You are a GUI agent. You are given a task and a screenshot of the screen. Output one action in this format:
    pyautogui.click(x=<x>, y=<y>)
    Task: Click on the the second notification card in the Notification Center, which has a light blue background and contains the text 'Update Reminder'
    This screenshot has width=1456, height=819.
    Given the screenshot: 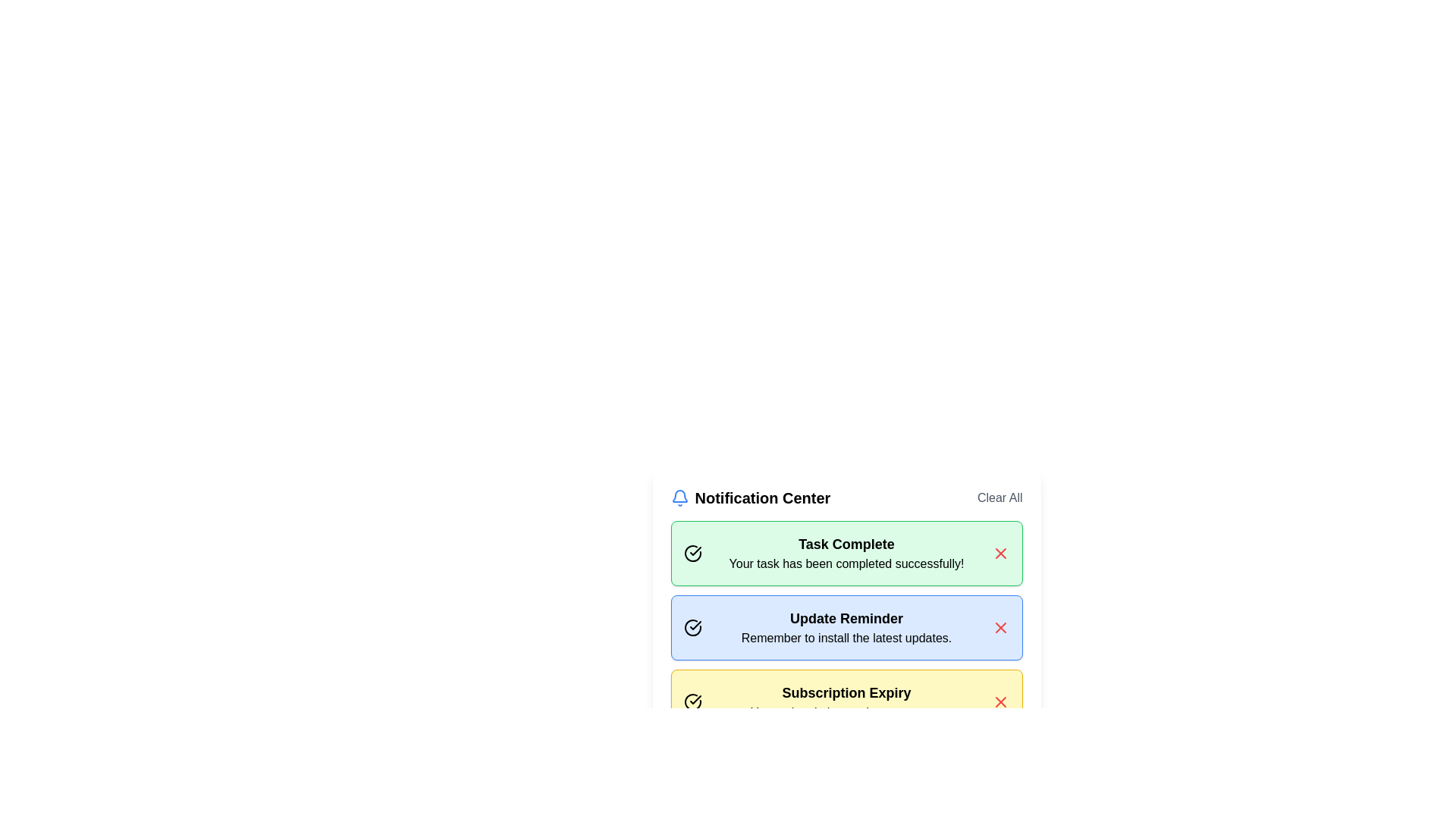 What is the action you would take?
    pyautogui.click(x=846, y=628)
    